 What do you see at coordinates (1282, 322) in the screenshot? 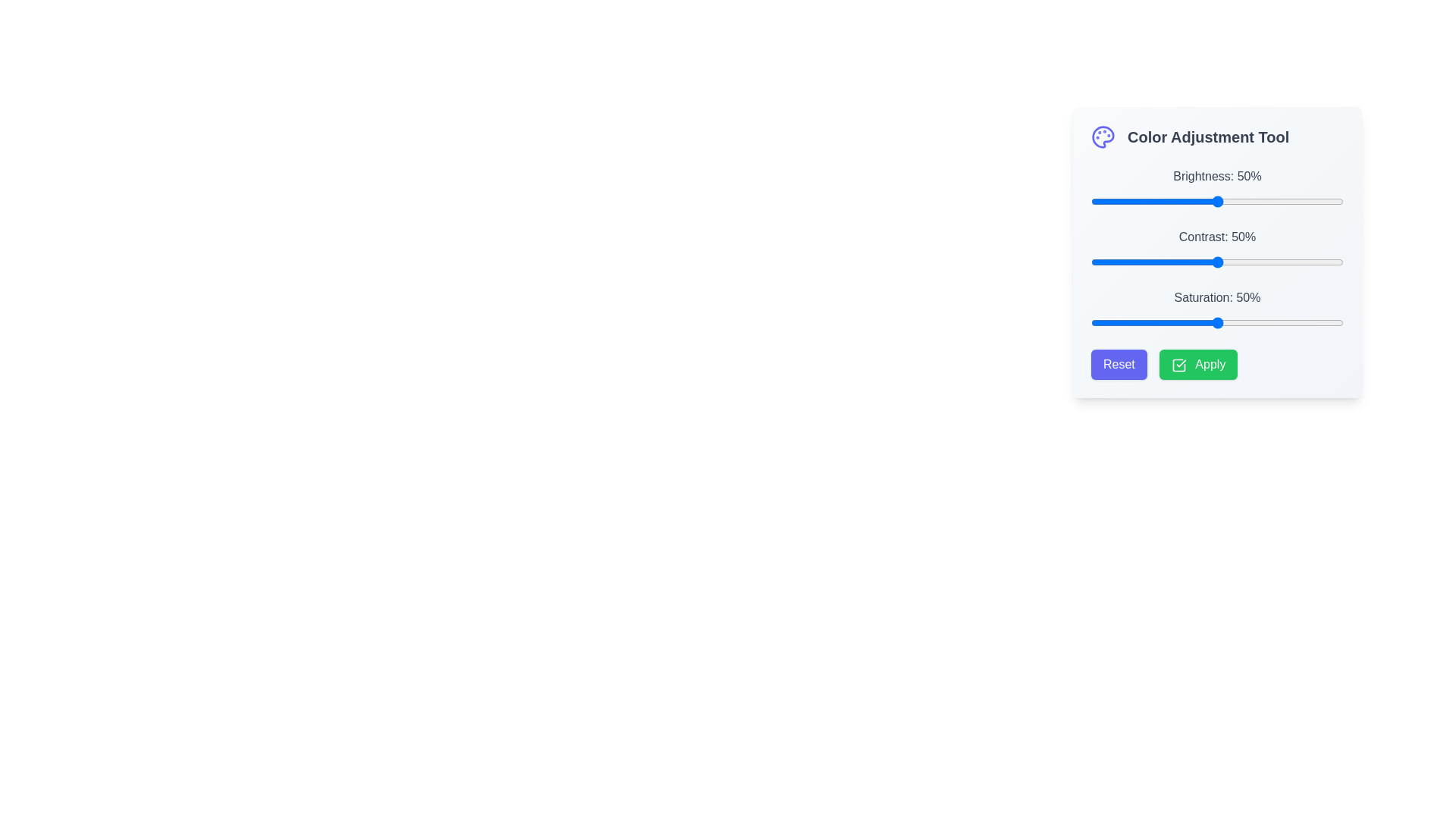
I see `the slider` at bounding box center [1282, 322].